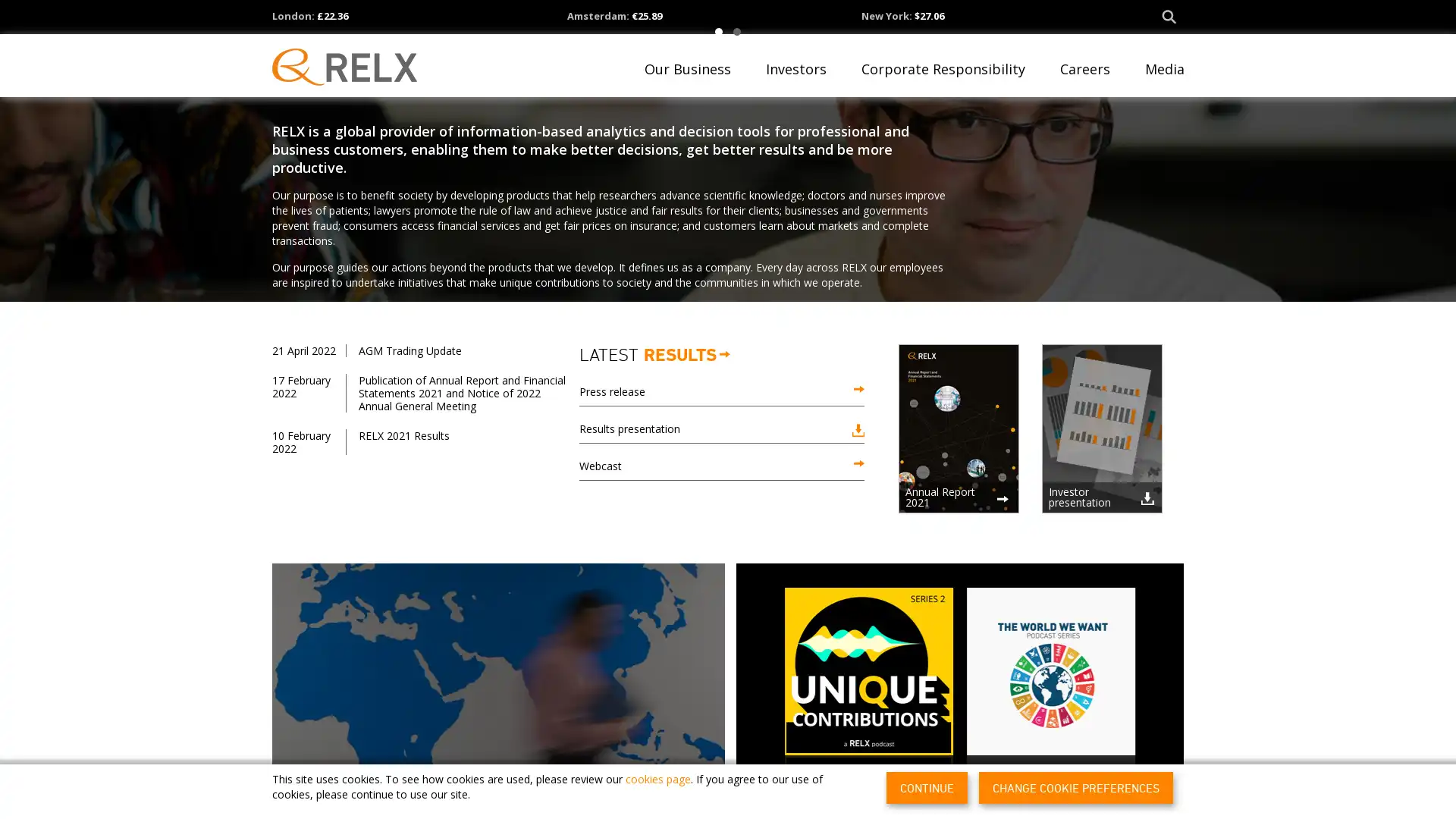 The width and height of the screenshot is (1456, 819). Describe the element at coordinates (737, 32) in the screenshot. I see `2` at that location.